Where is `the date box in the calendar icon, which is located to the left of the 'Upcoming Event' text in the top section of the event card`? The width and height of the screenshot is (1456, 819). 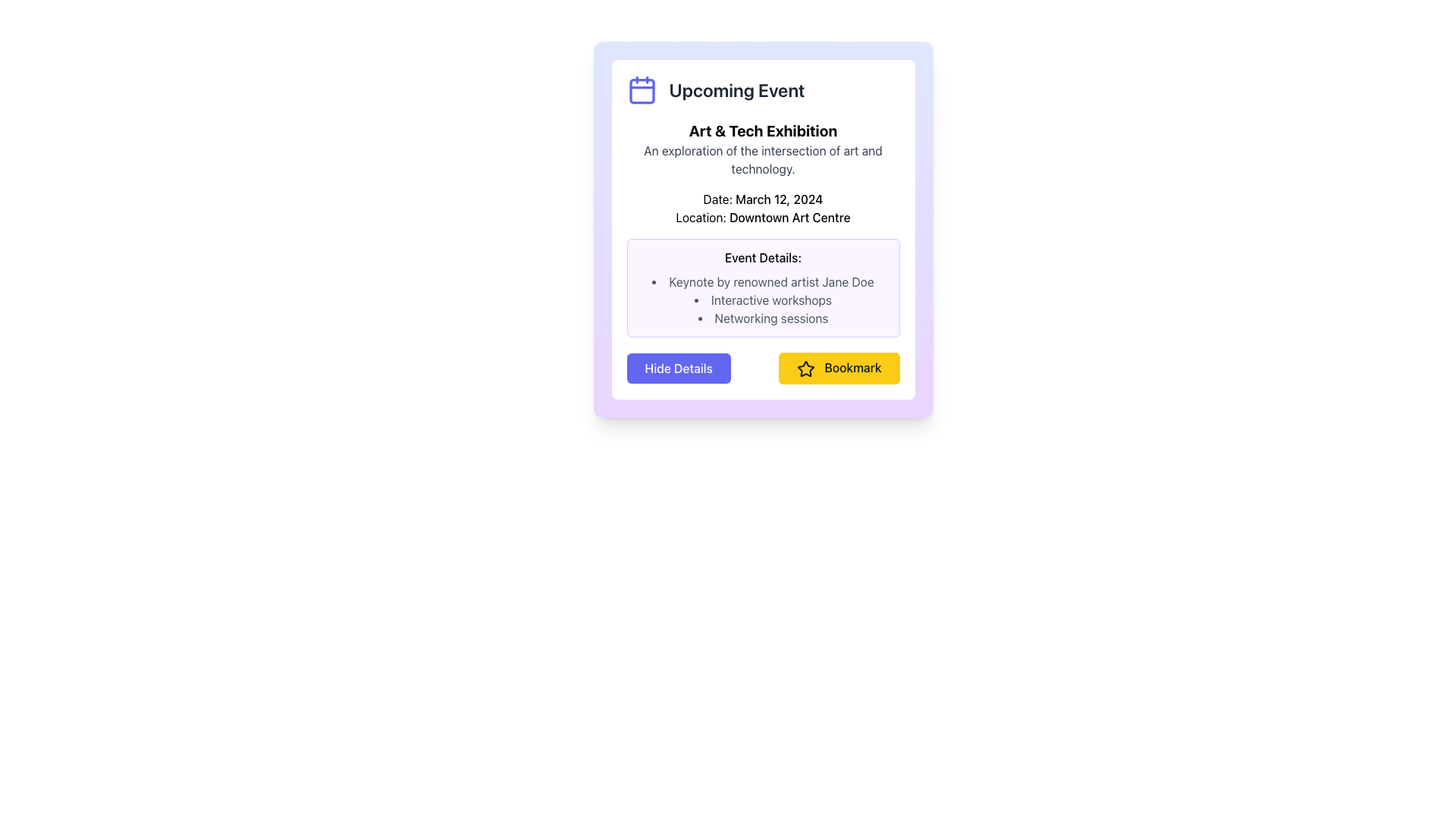
the date box in the calendar icon, which is located to the left of the 'Upcoming Event' text in the top section of the event card is located at coordinates (642, 91).